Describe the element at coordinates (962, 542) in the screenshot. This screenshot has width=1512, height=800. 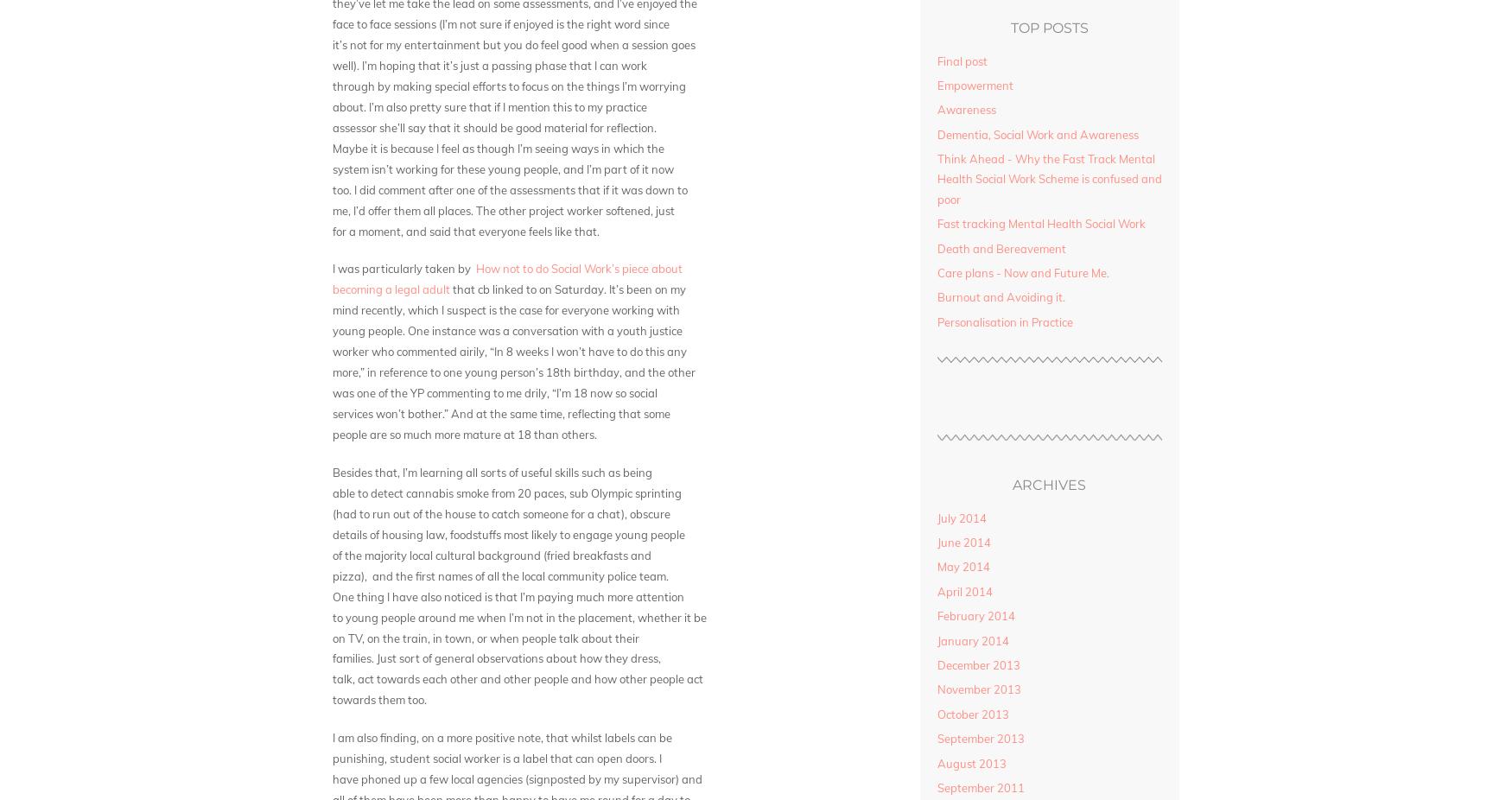
I see `'June 2014'` at that location.